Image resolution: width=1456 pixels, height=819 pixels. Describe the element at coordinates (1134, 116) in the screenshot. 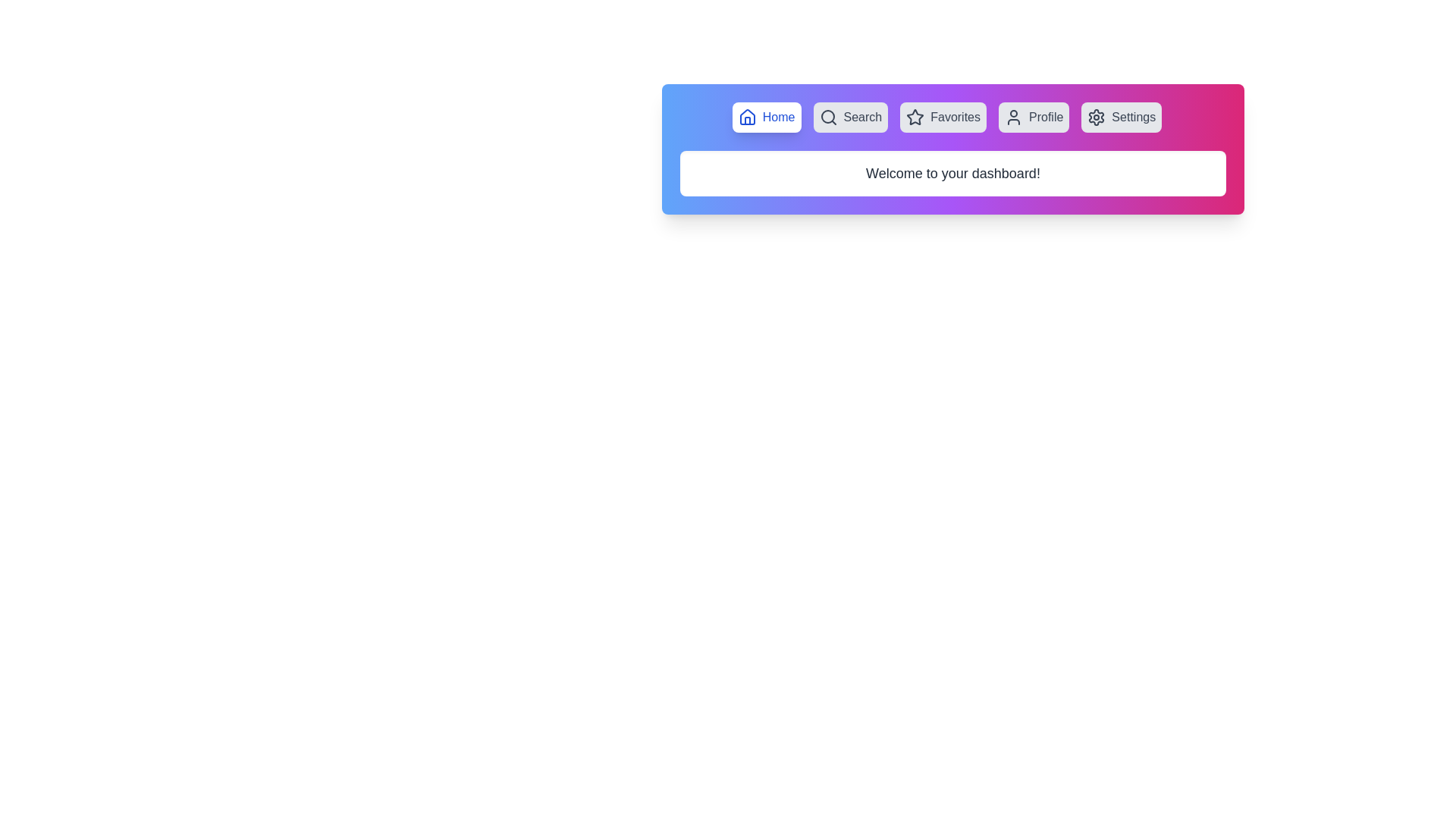

I see `the 'Settings' text label in the navigation bar` at that location.